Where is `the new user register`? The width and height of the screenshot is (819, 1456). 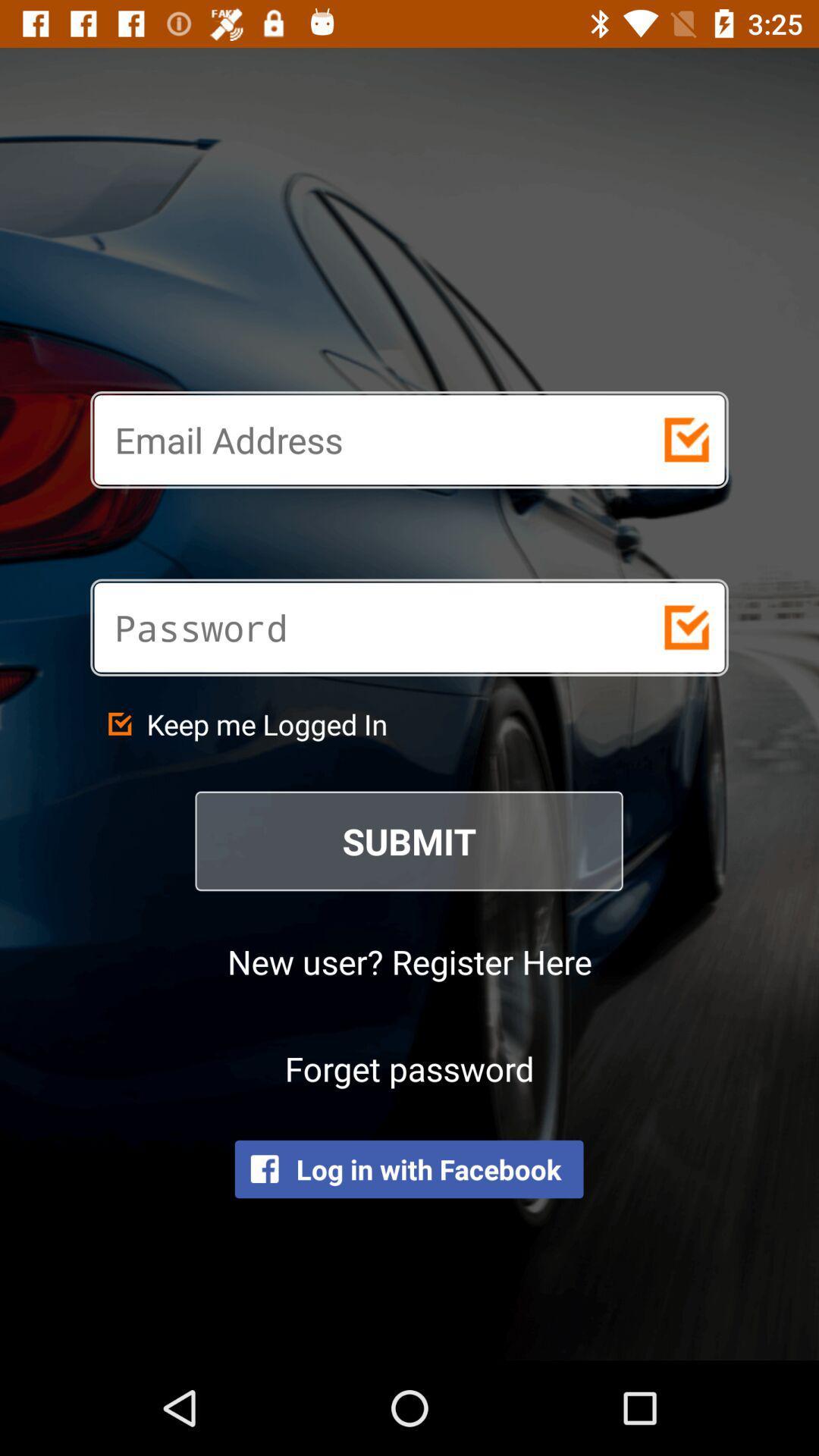
the new user register is located at coordinates (409, 960).